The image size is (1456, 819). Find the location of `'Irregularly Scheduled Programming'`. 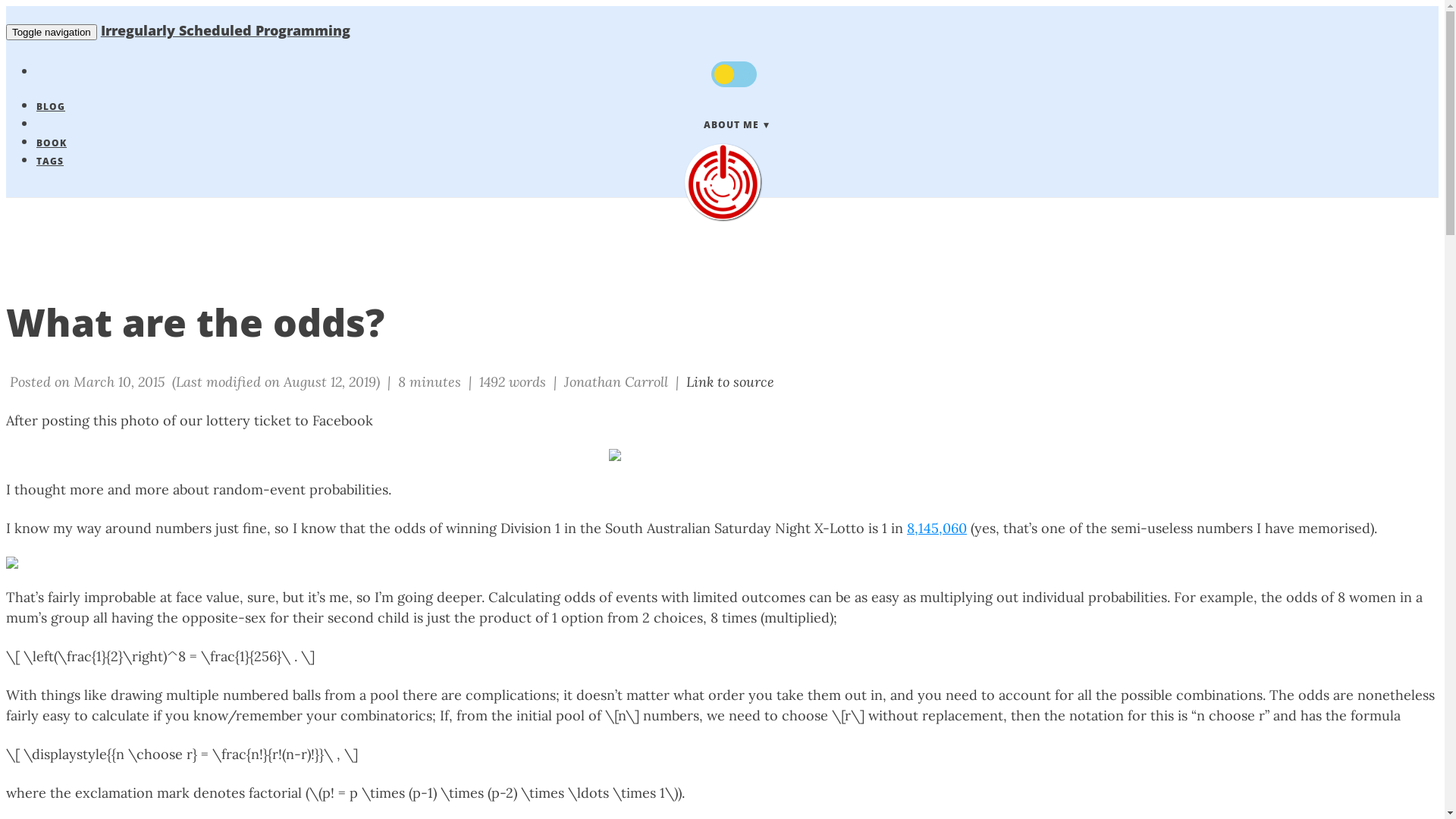

'Irregularly Scheduled Programming' is located at coordinates (683, 180).